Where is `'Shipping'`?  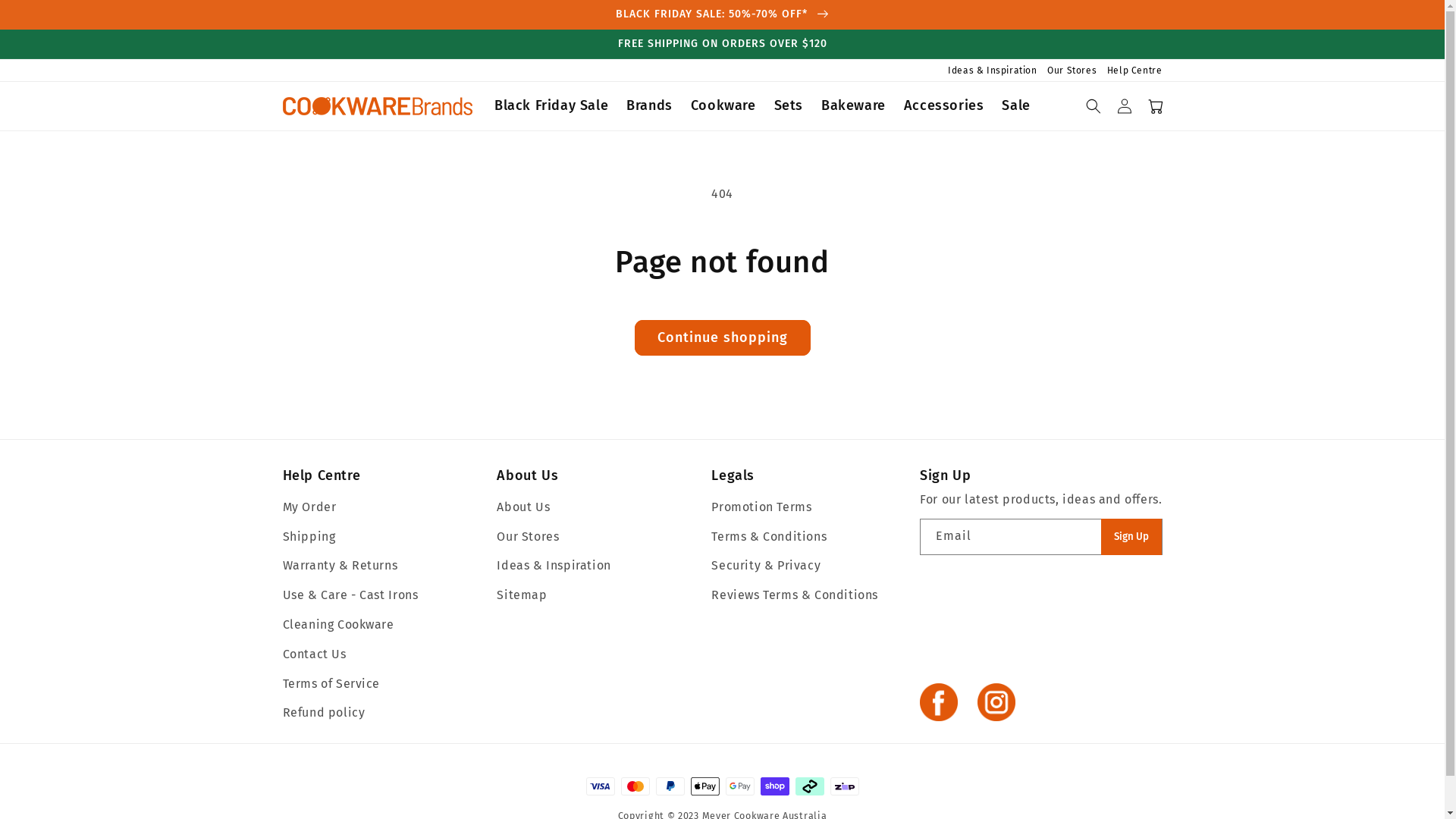 'Shipping' is located at coordinates (308, 536).